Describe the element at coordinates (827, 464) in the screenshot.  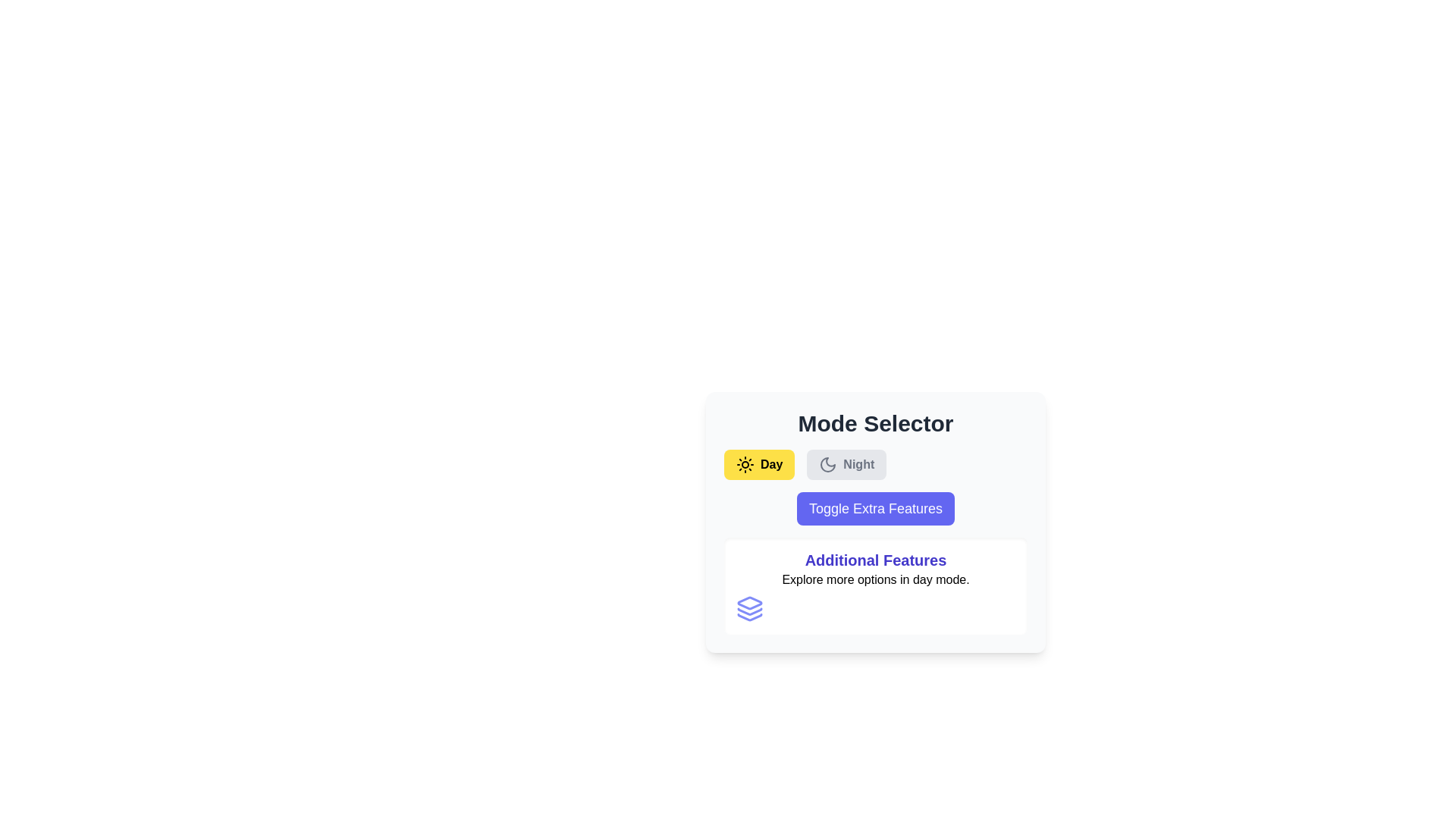
I see `the Night mode icon` at that location.